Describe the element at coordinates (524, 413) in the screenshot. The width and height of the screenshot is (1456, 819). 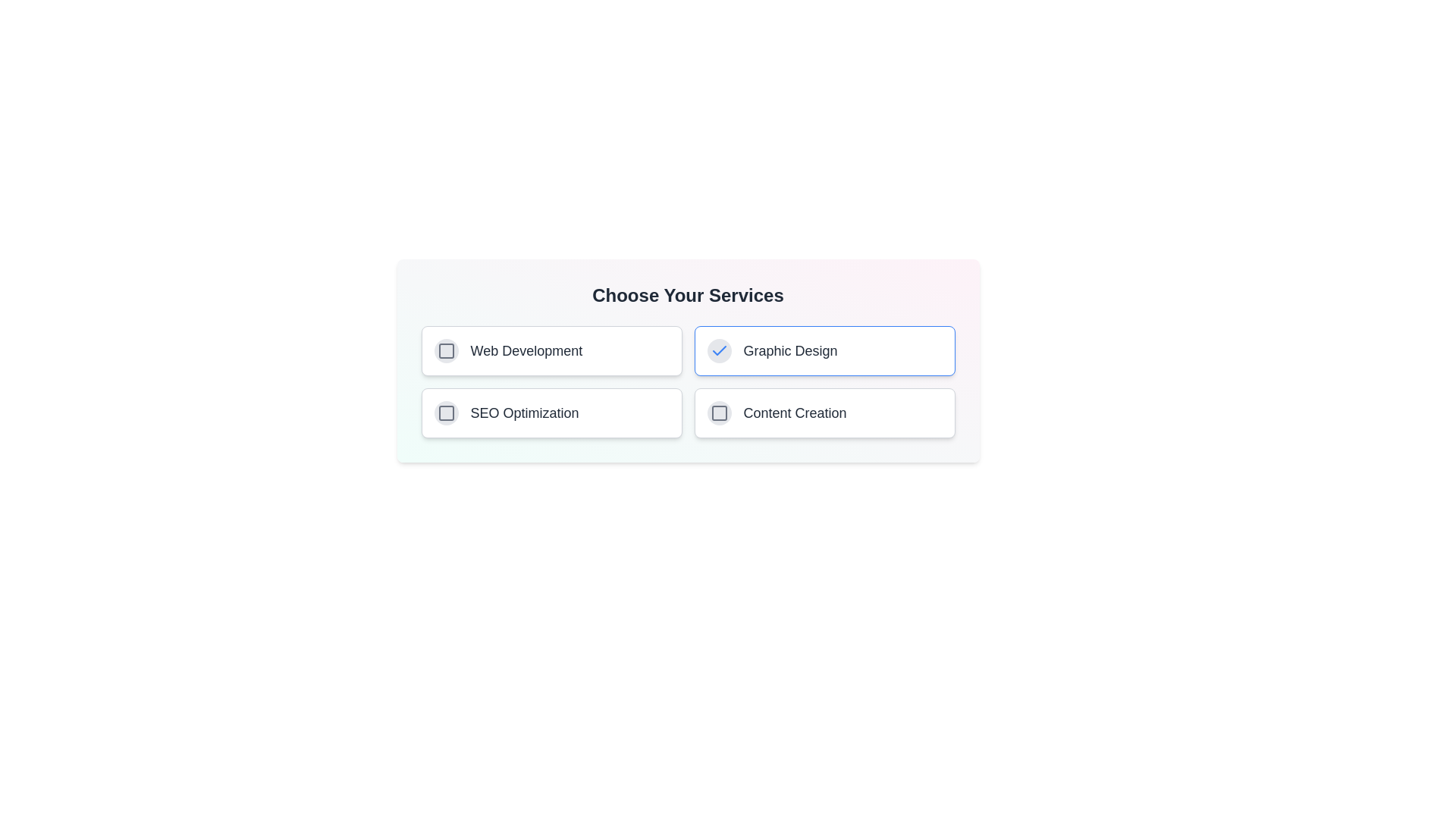
I see `the service labeled SEO Optimization` at that location.